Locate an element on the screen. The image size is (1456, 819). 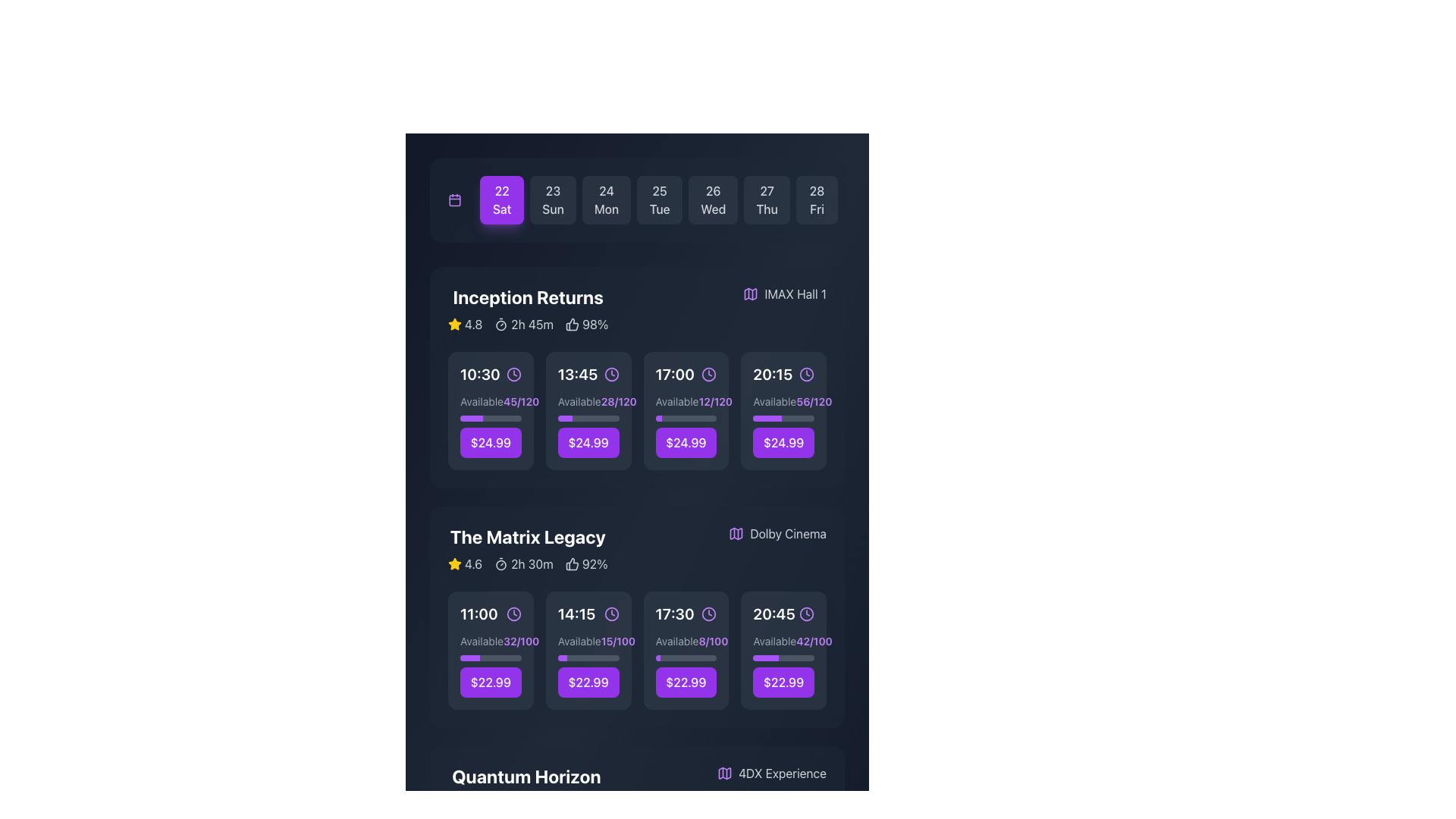
the text label displaying the average user rating for the movie 'The Matrix Legacy', which is located in the second movie entry adjacent to a yellow star icon is located at coordinates (472, 564).